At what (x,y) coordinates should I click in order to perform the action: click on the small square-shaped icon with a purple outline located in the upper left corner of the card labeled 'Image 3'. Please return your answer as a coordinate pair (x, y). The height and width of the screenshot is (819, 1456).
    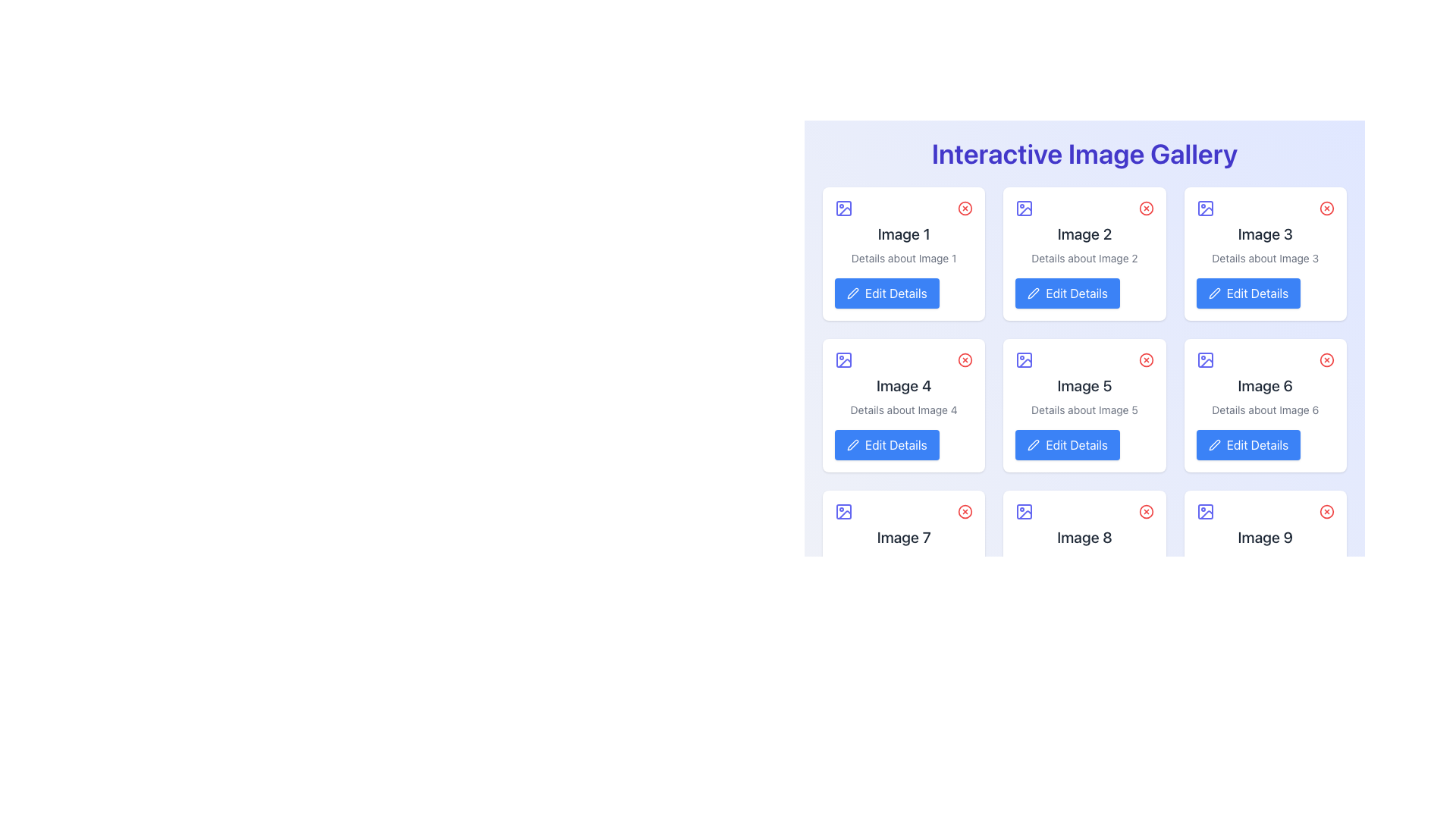
    Looking at the image, I should click on (1204, 208).